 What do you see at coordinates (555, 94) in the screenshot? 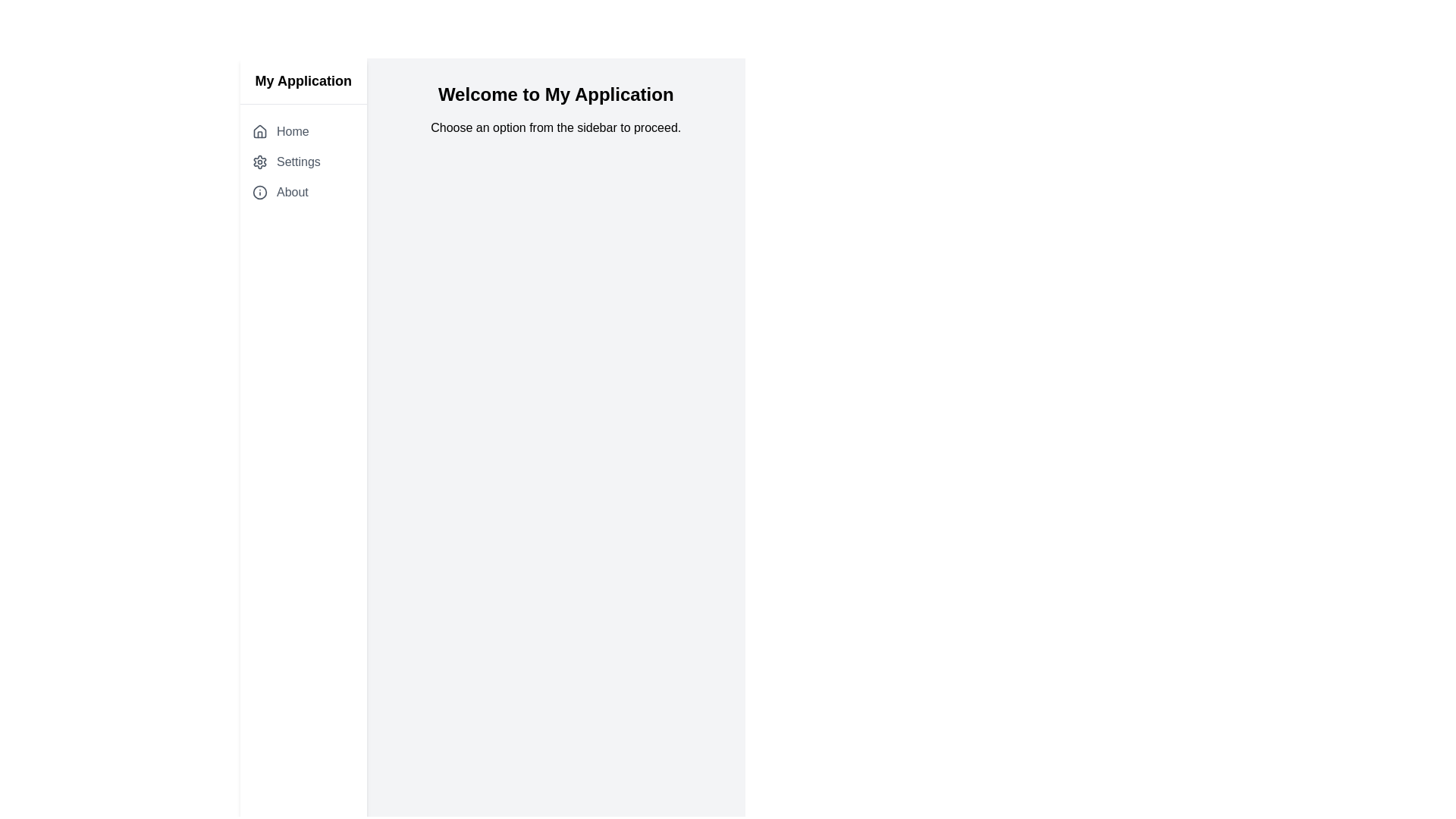
I see `main heading text of the application located at the top section of the content area, which welcomes users and indicates the purpose of the interface` at bounding box center [555, 94].